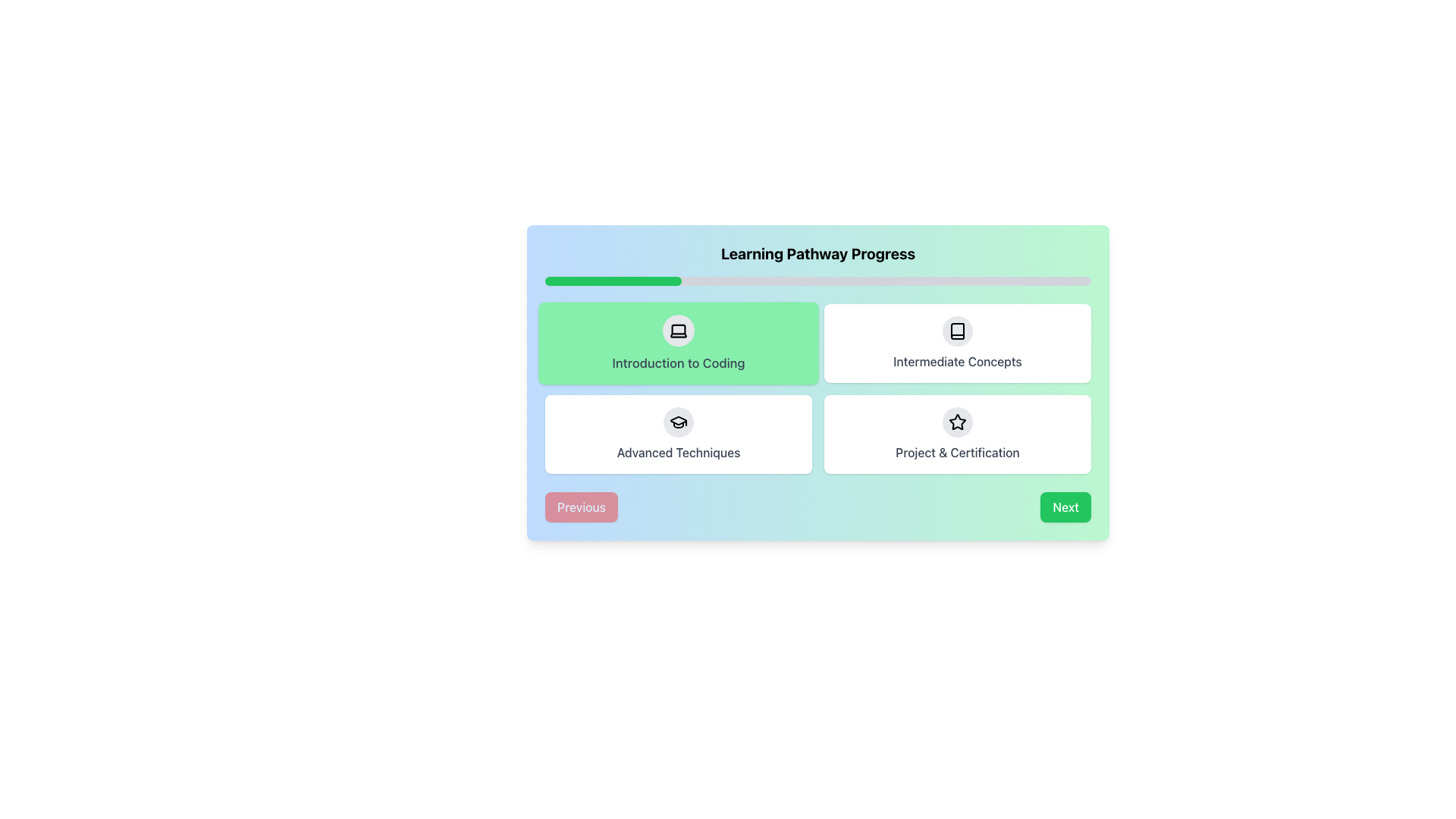  Describe the element at coordinates (677, 435) in the screenshot. I see `the card labeled 'Advanced Techniques', which has a graduation cap icon and is the third card in a 2-row grid layout, located in the bottom-left corner of the grid` at that location.